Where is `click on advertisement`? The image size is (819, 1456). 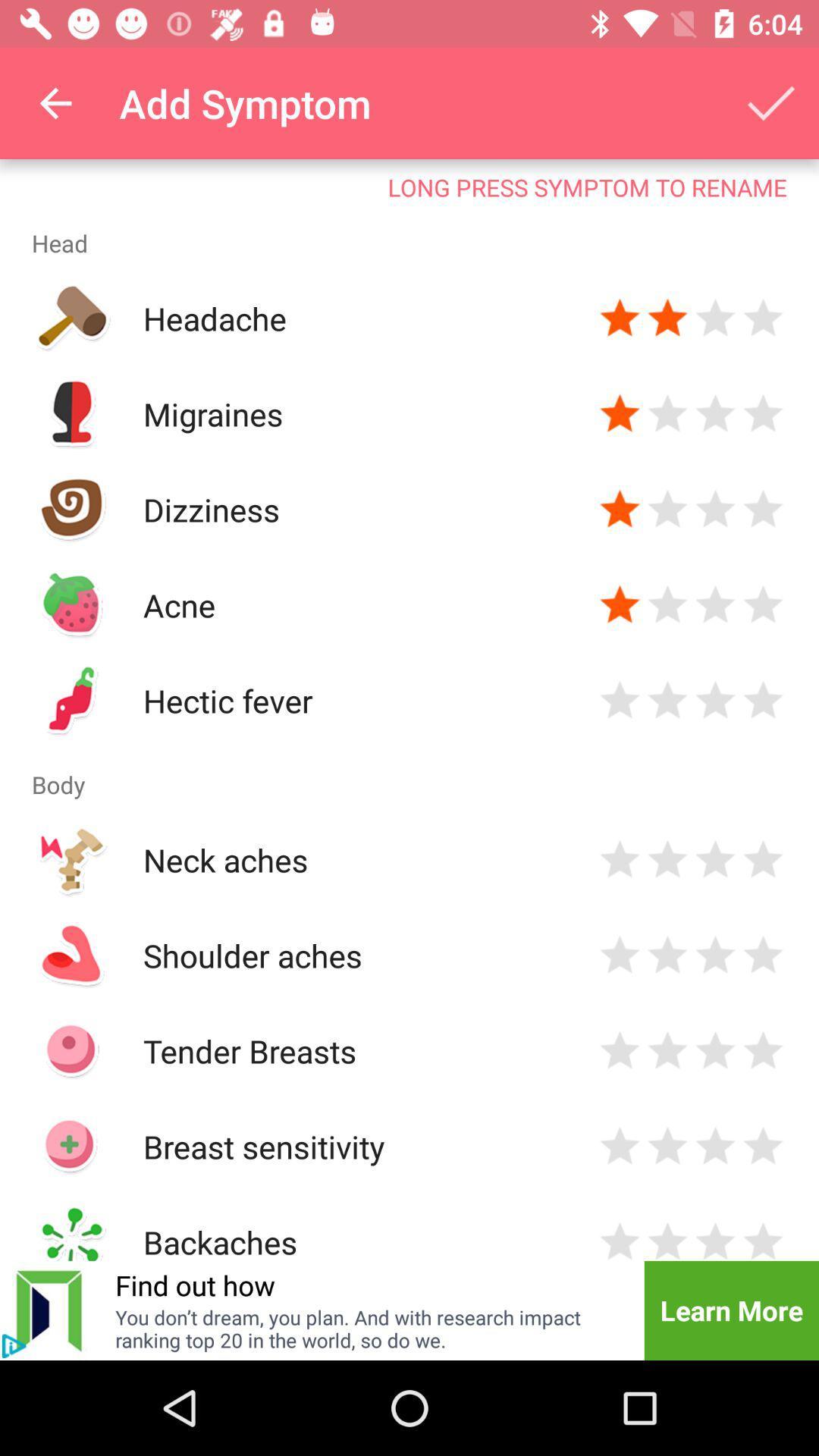 click on advertisement is located at coordinates (14, 1346).